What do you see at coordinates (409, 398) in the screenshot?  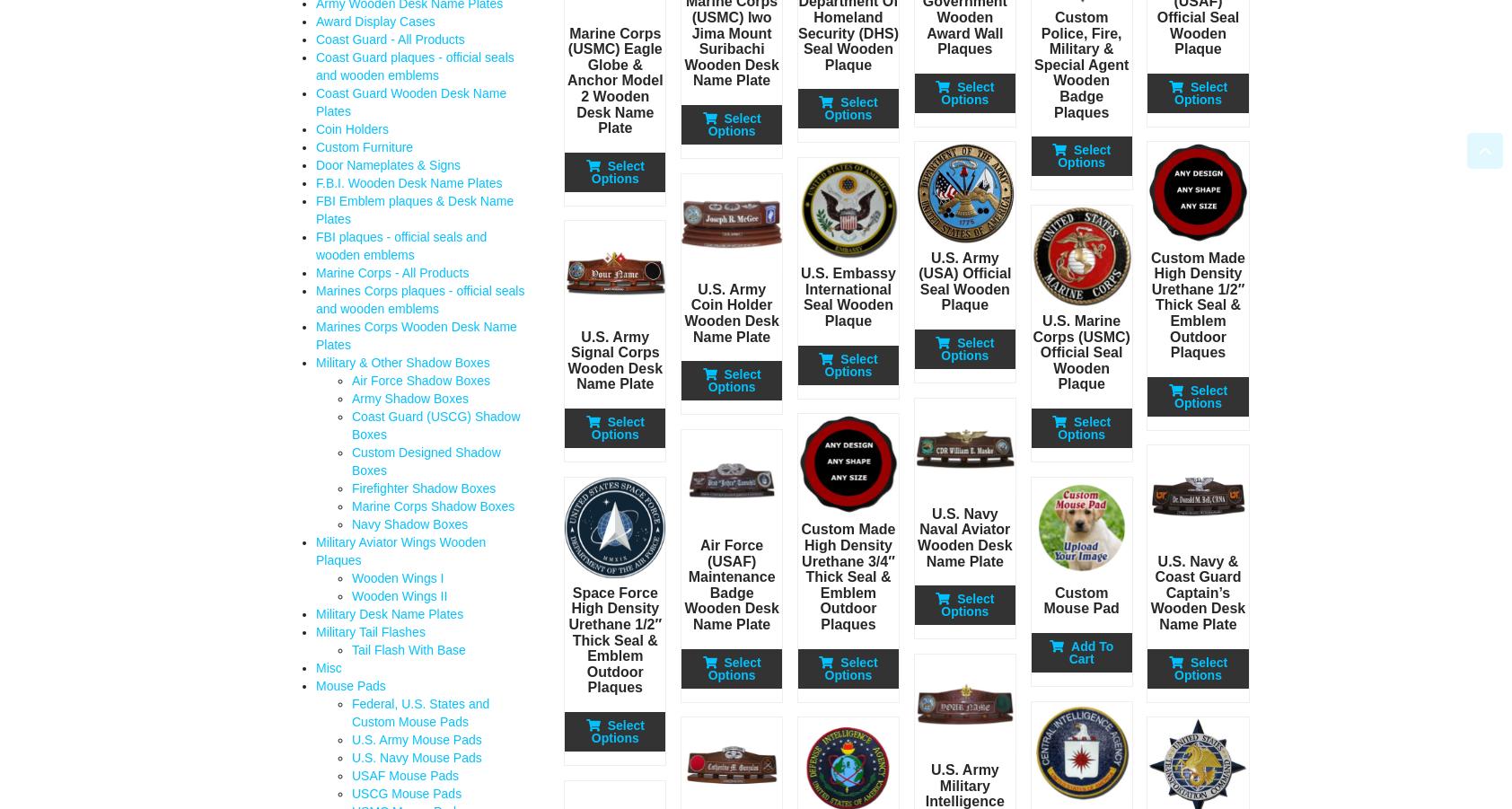 I see `'Army Shadow Boxes'` at bounding box center [409, 398].